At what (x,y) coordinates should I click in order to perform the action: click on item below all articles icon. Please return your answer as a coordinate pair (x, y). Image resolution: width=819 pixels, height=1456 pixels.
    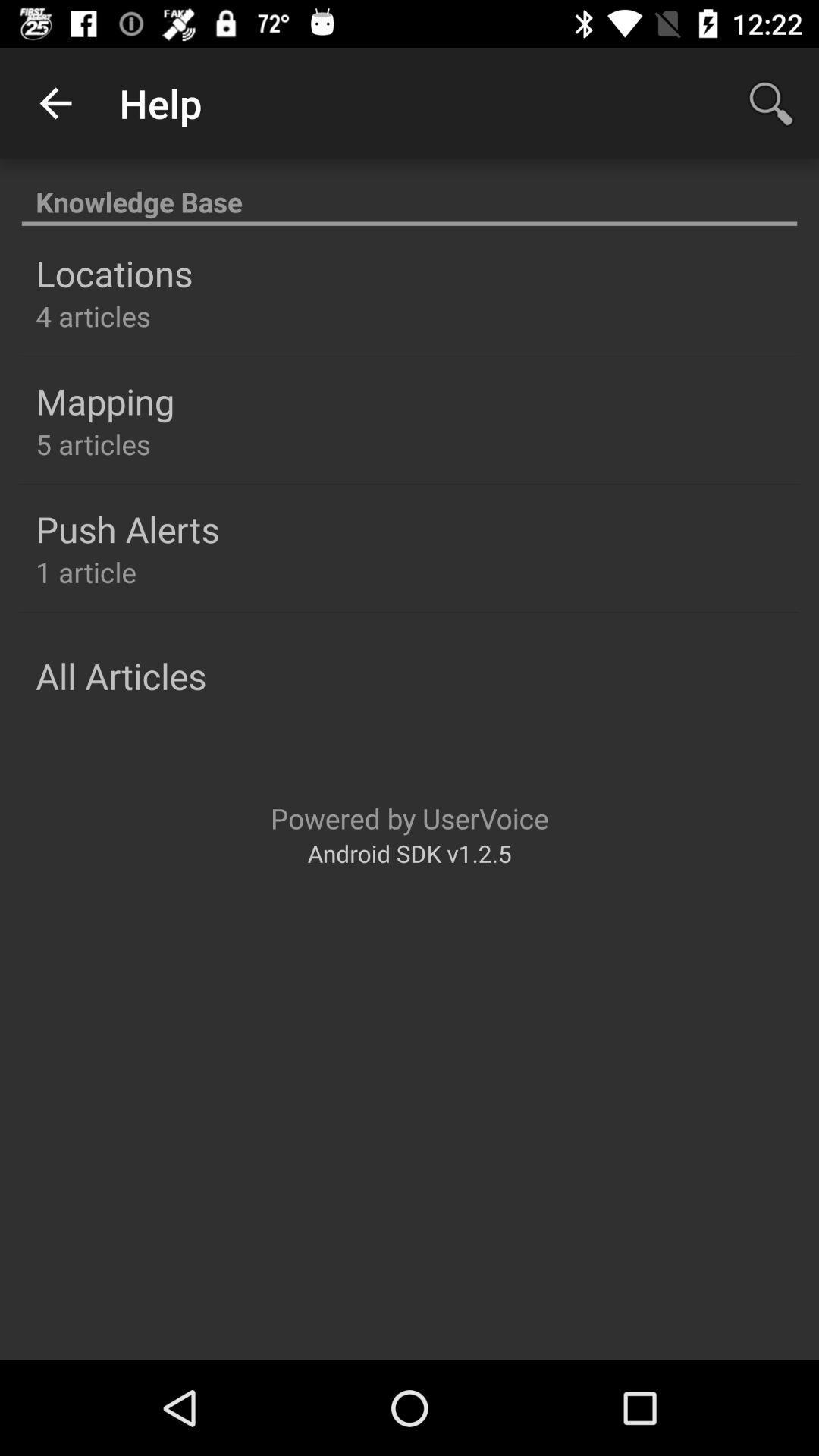
    Looking at the image, I should click on (409, 817).